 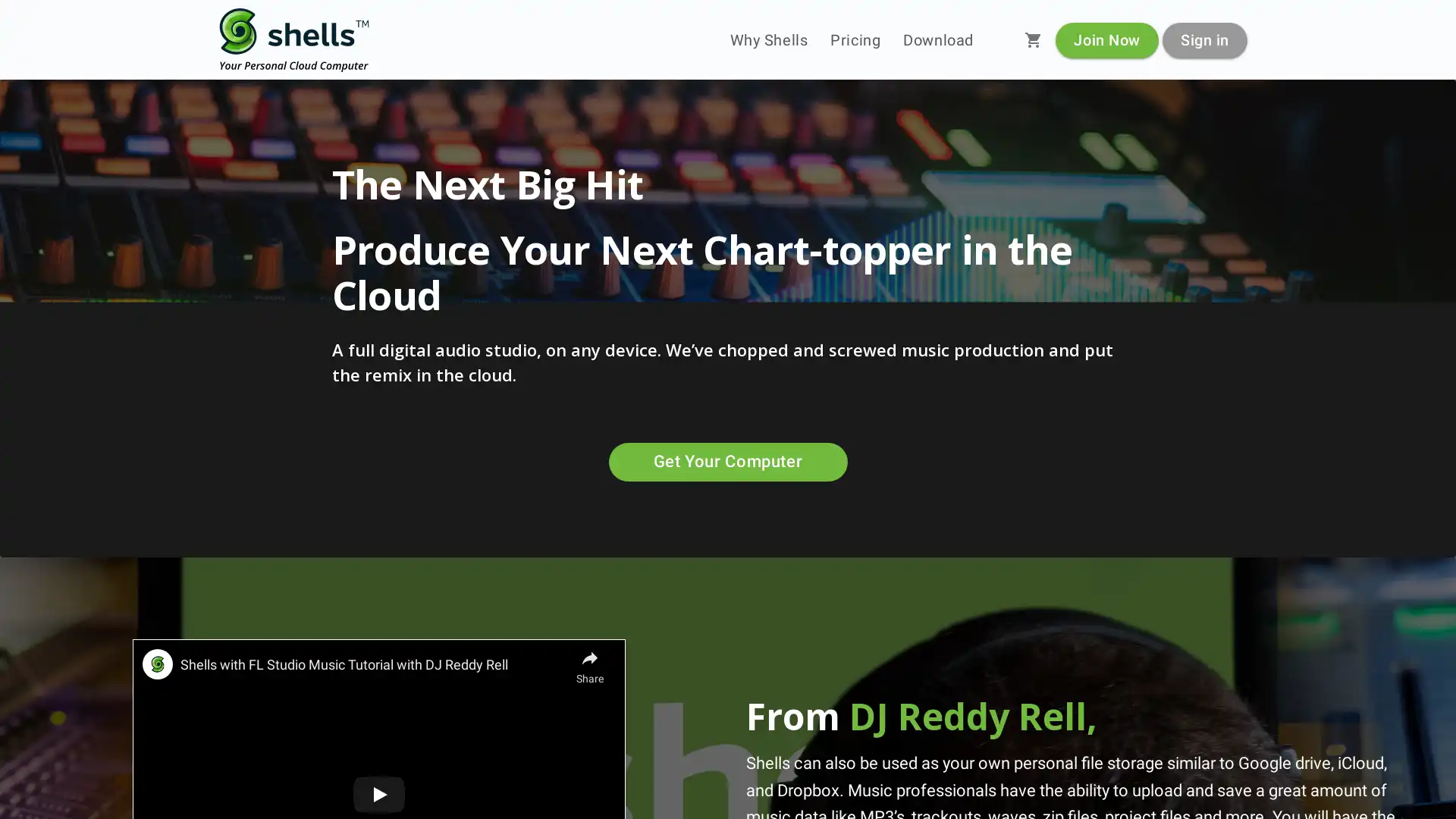 What do you see at coordinates (1106, 39) in the screenshot?
I see `Join Now` at bounding box center [1106, 39].